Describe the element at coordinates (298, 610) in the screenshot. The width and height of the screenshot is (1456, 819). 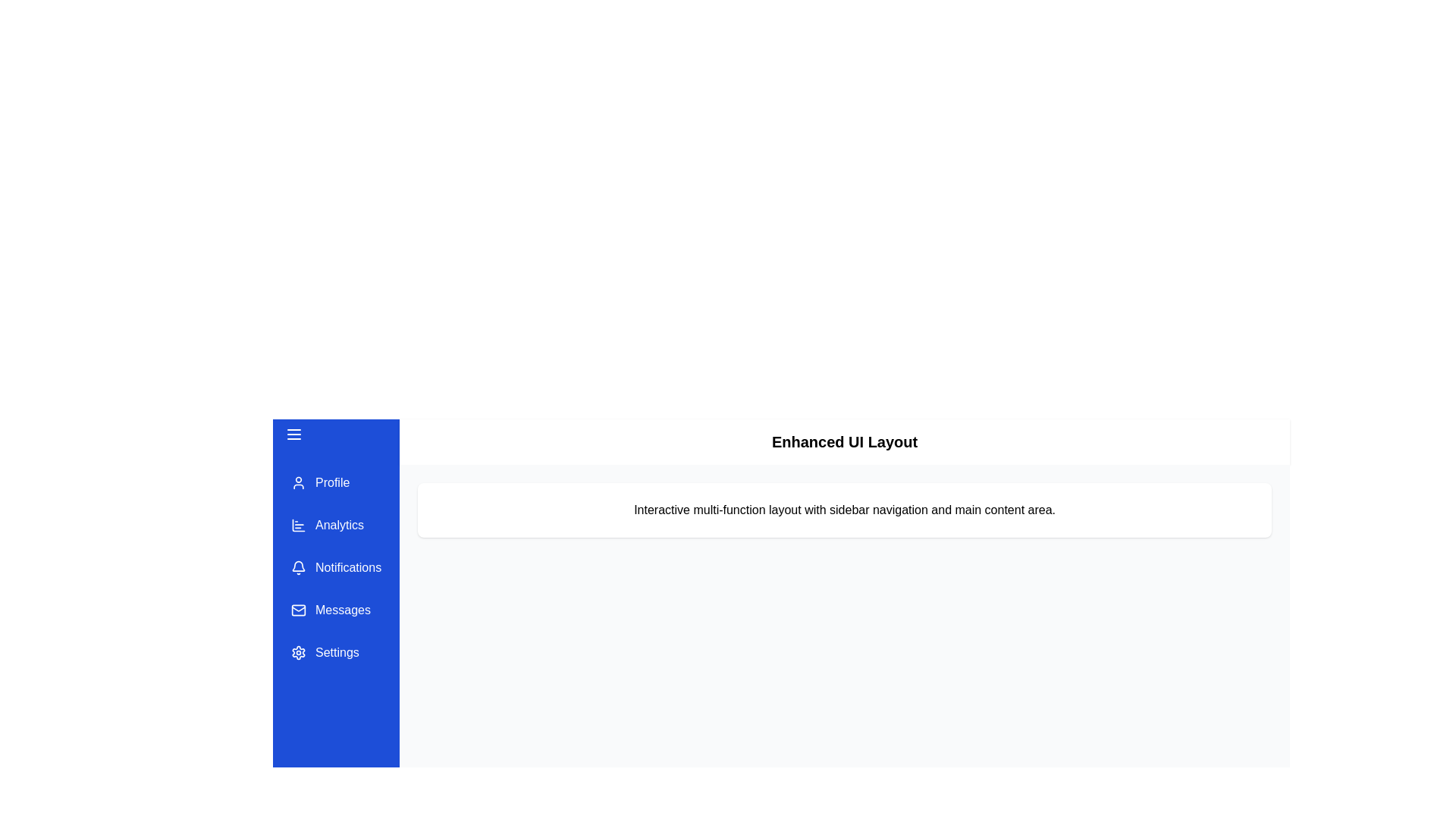
I see `the 'Messages' icon located in the sidebar, which is positioned between the 'Notifications' and 'Settings' menu items` at that location.